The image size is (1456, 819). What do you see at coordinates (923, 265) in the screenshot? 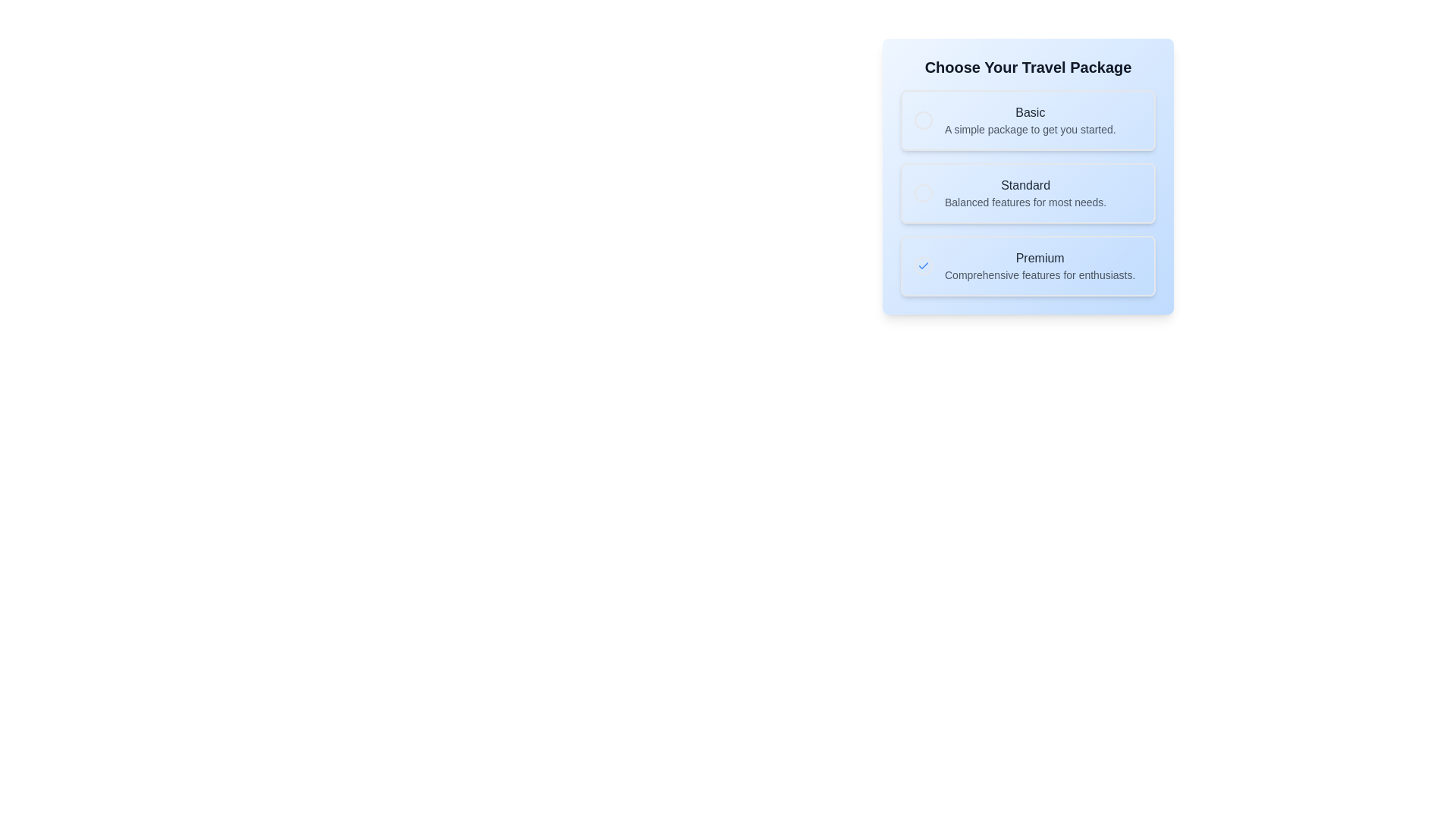
I see `the checkmark icon indicating the 'Premium' travel package option to interact with the selection process` at bounding box center [923, 265].